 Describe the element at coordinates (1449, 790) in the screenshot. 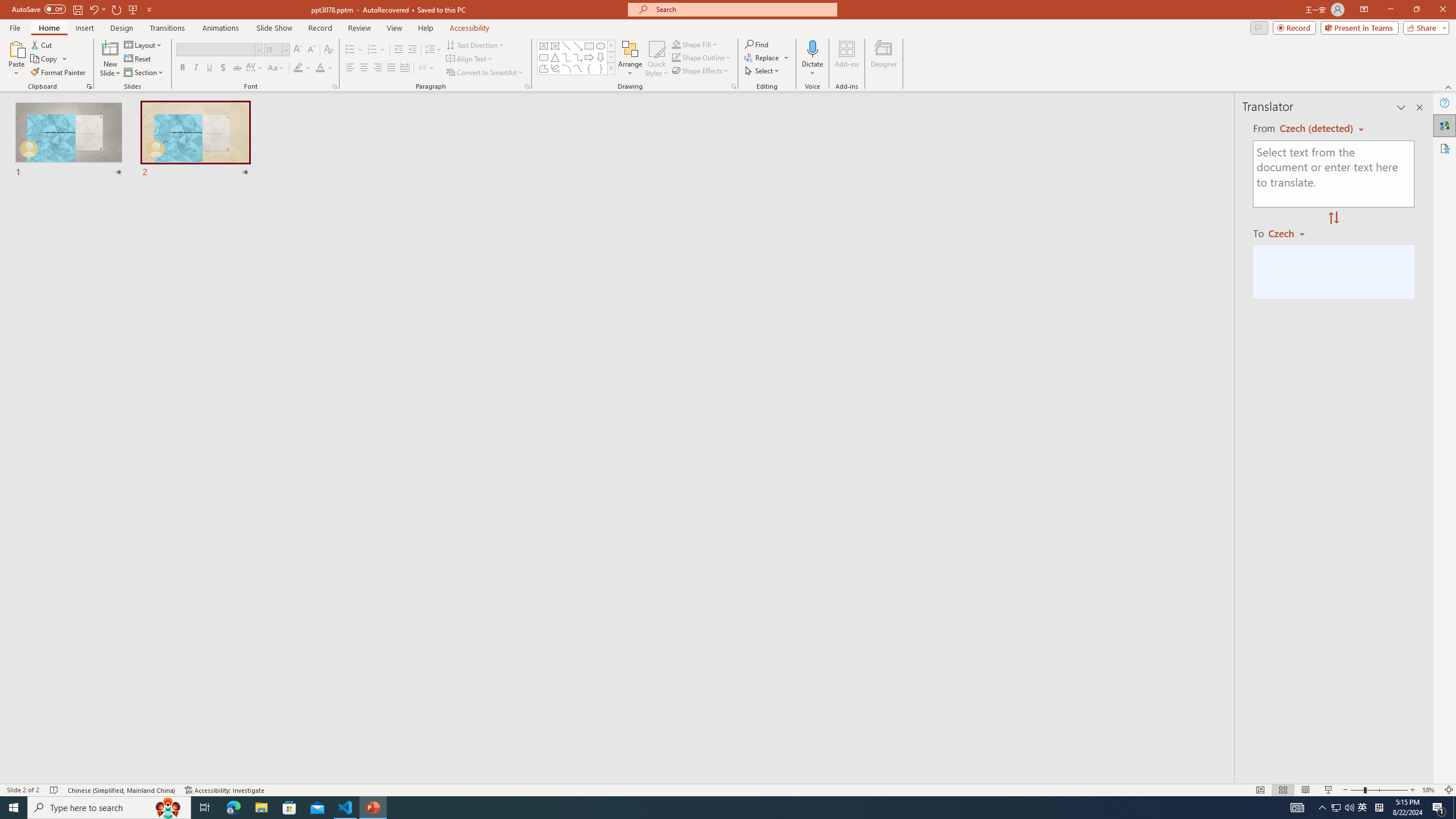

I see `'Zoom to Fit '` at that location.